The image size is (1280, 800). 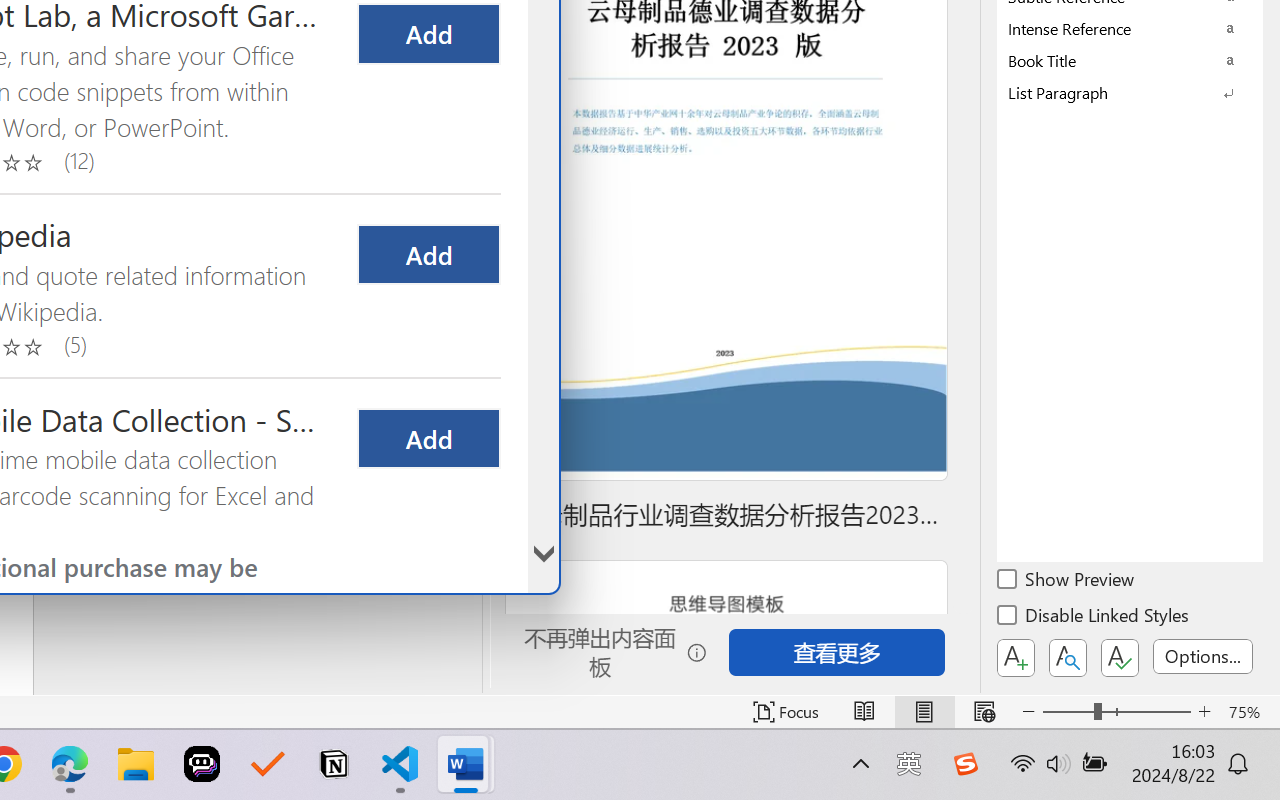 I want to click on 'List Paragraph', so click(x=1130, y=92).